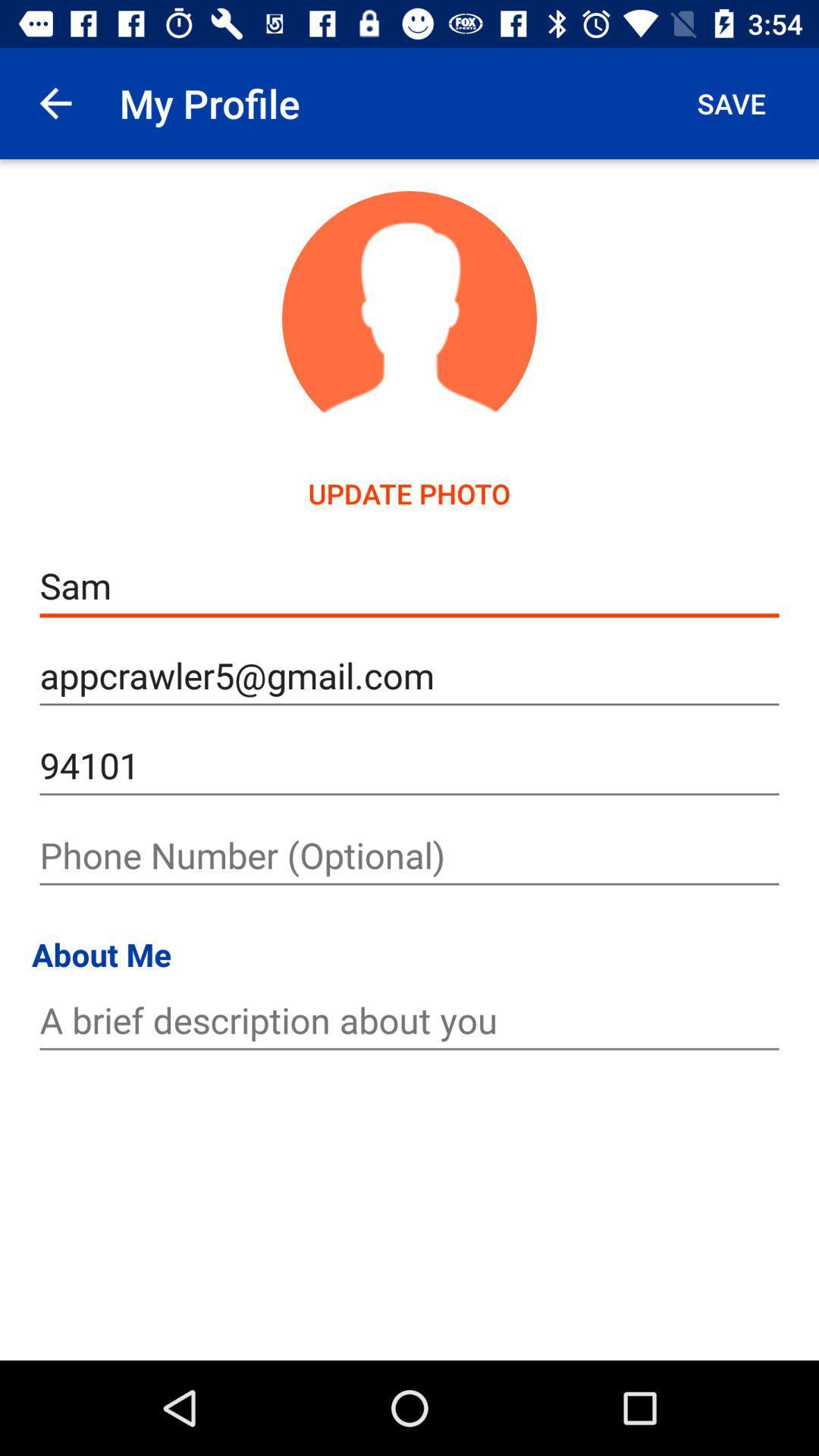  What do you see at coordinates (409, 766) in the screenshot?
I see `94101 item` at bounding box center [409, 766].